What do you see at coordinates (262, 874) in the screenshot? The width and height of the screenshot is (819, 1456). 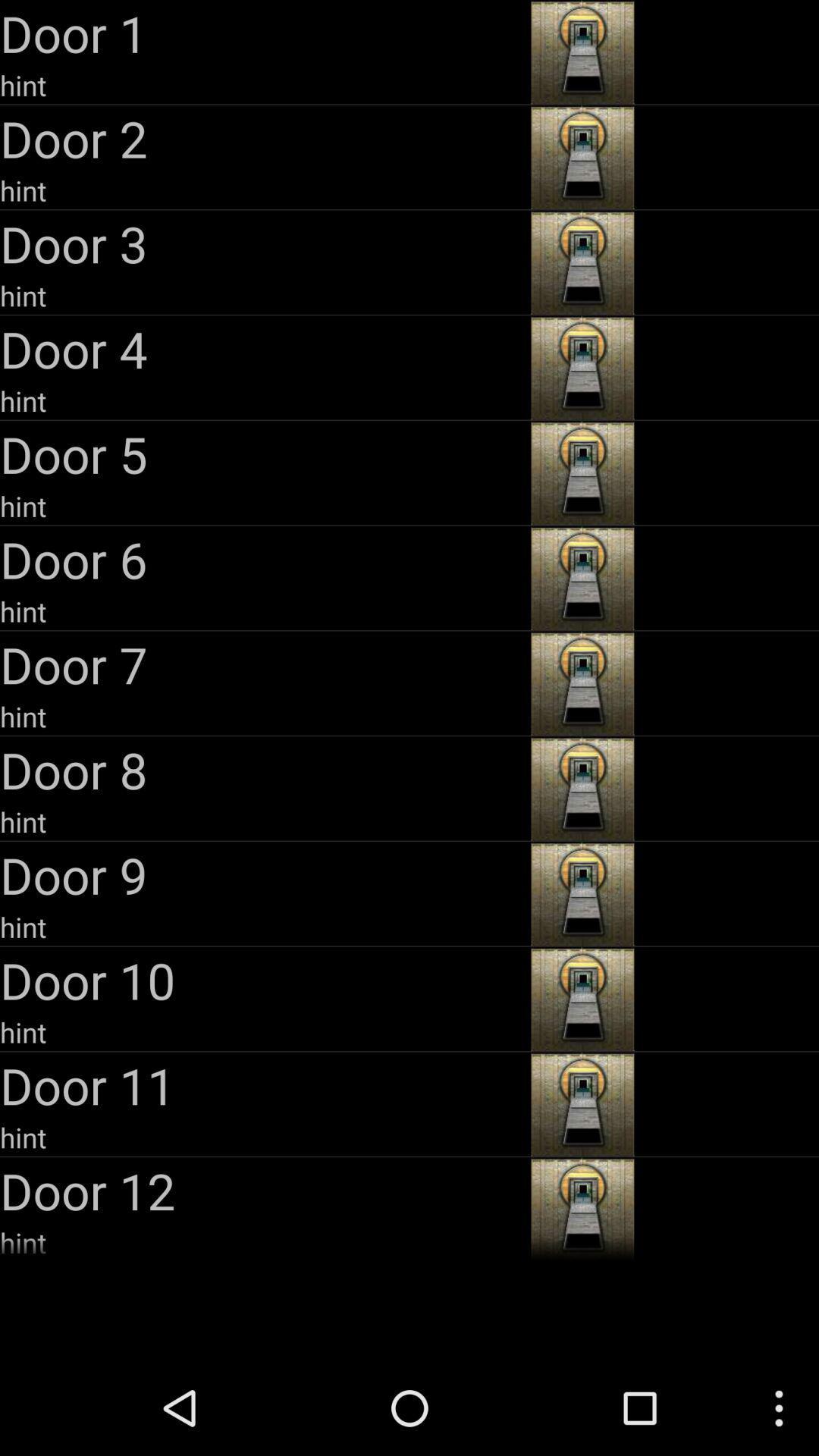 I see `the app above hint item` at bounding box center [262, 874].